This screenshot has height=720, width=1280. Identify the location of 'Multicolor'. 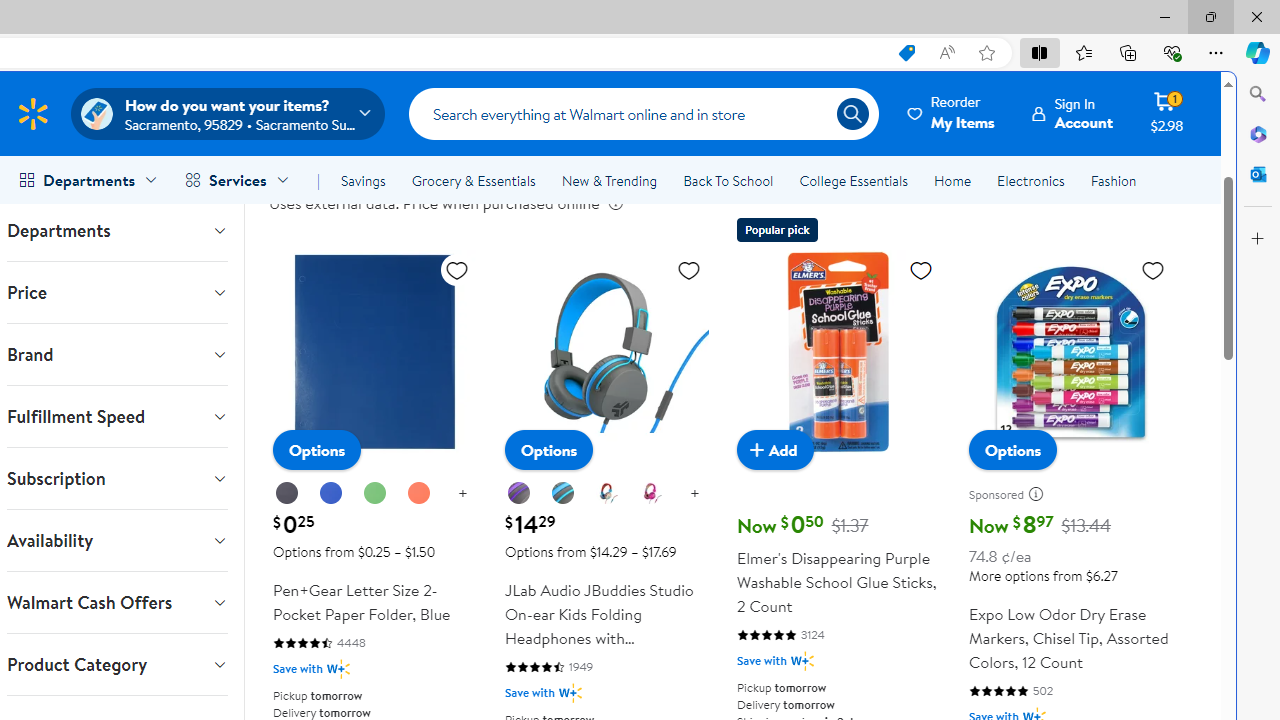
(606, 494).